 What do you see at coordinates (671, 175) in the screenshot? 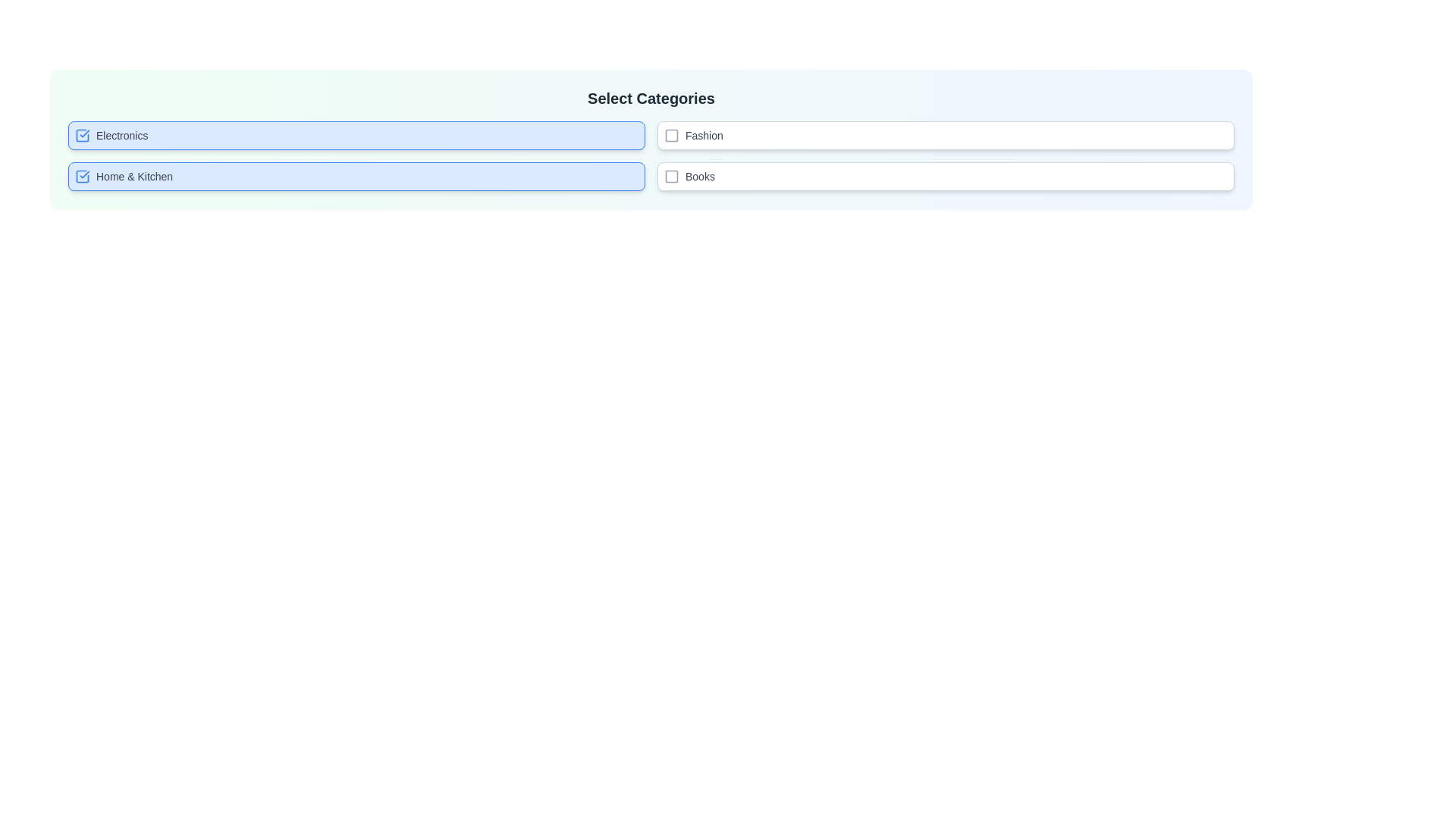
I see `to select the checkbox located to the immediate left of the text 'Books' in the far-right column under the 'Fashion' row` at bounding box center [671, 175].